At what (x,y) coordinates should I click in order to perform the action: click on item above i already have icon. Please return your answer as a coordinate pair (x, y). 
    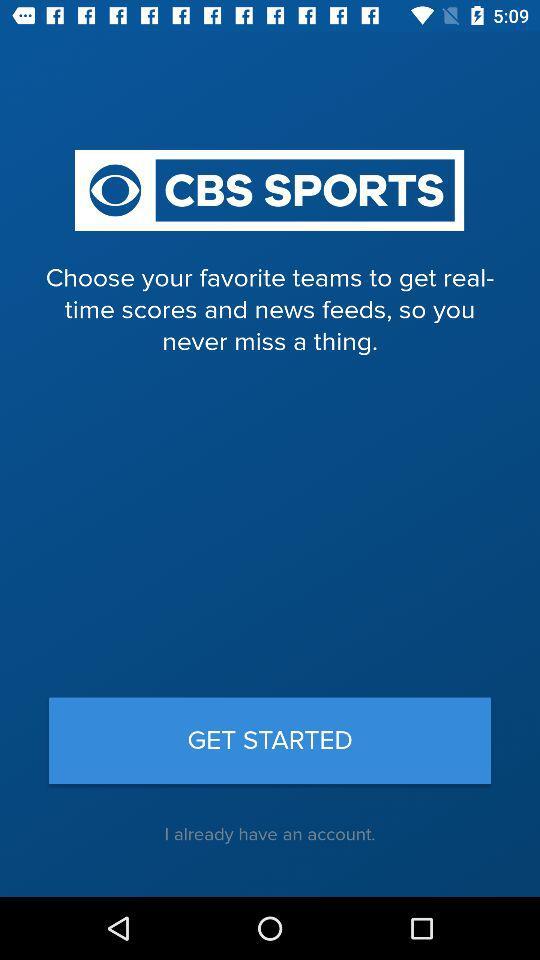
    Looking at the image, I should click on (270, 739).